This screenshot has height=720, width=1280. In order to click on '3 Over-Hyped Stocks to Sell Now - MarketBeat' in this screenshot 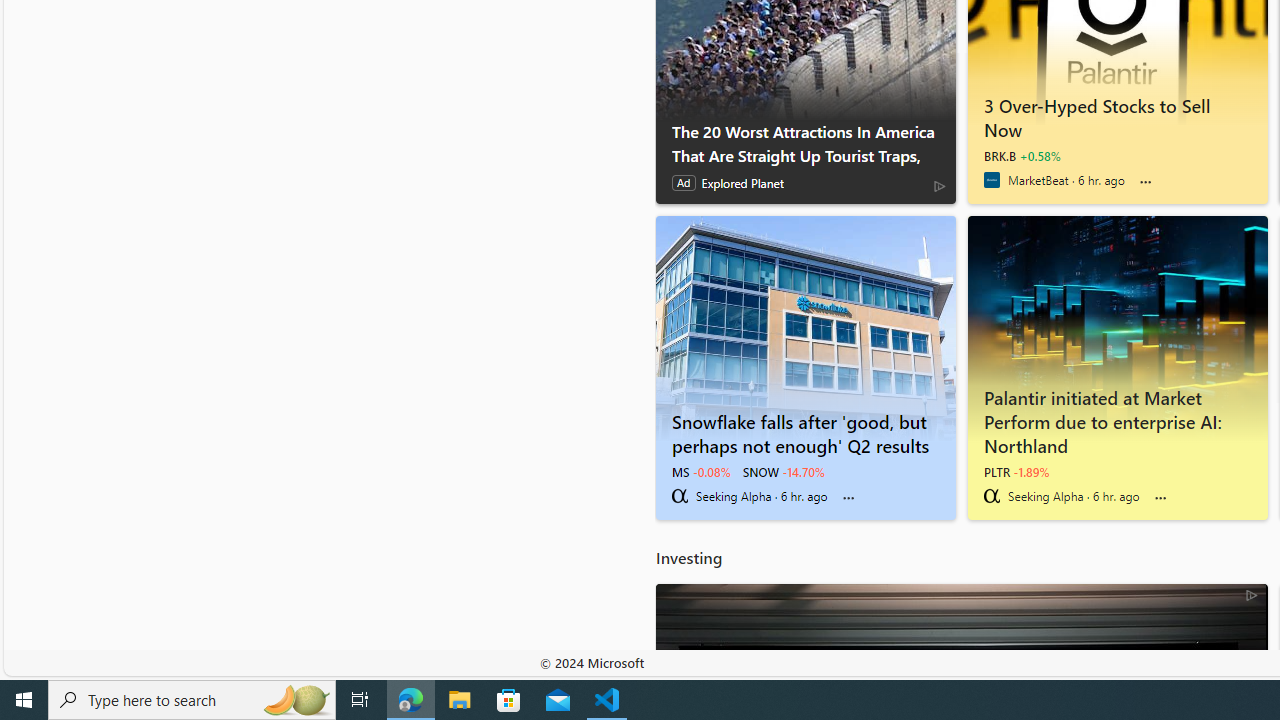, I will do `click(1116, 114)`.